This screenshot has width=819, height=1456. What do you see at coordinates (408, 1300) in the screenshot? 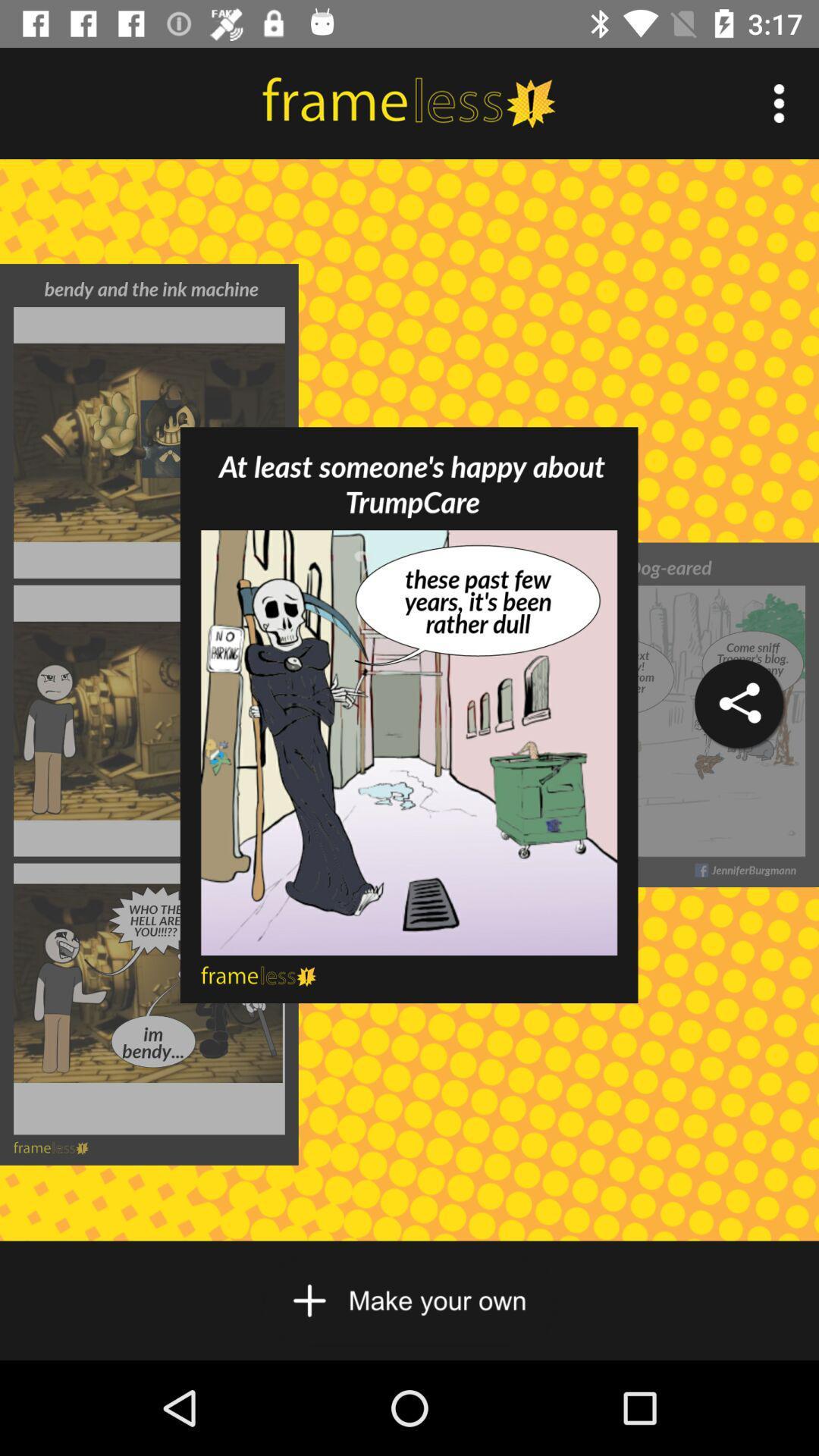
I see `create new option` at bounding box center [408, 1300].